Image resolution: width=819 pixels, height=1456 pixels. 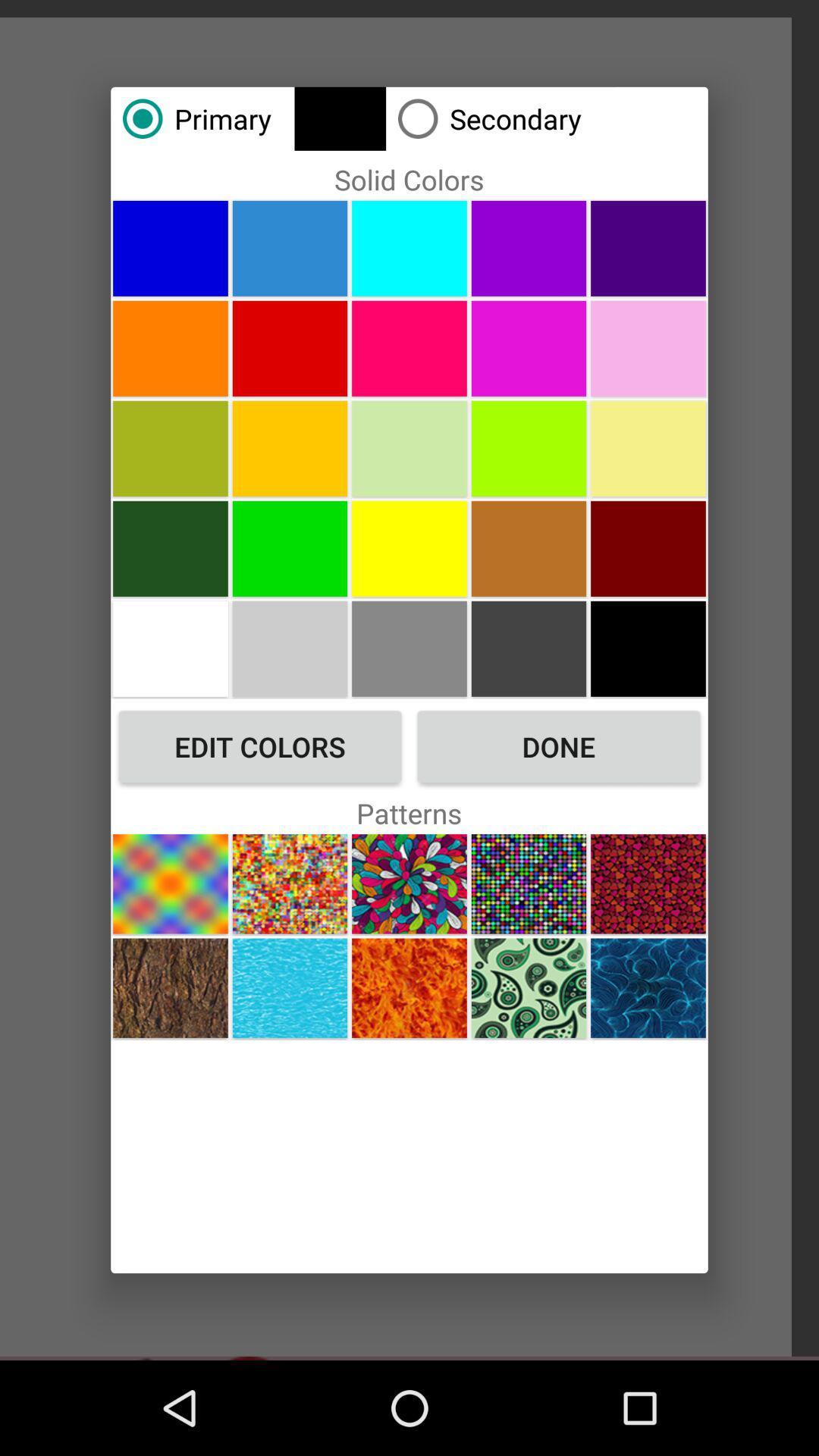 I want to click on color choice, so click(x=648, y=347).